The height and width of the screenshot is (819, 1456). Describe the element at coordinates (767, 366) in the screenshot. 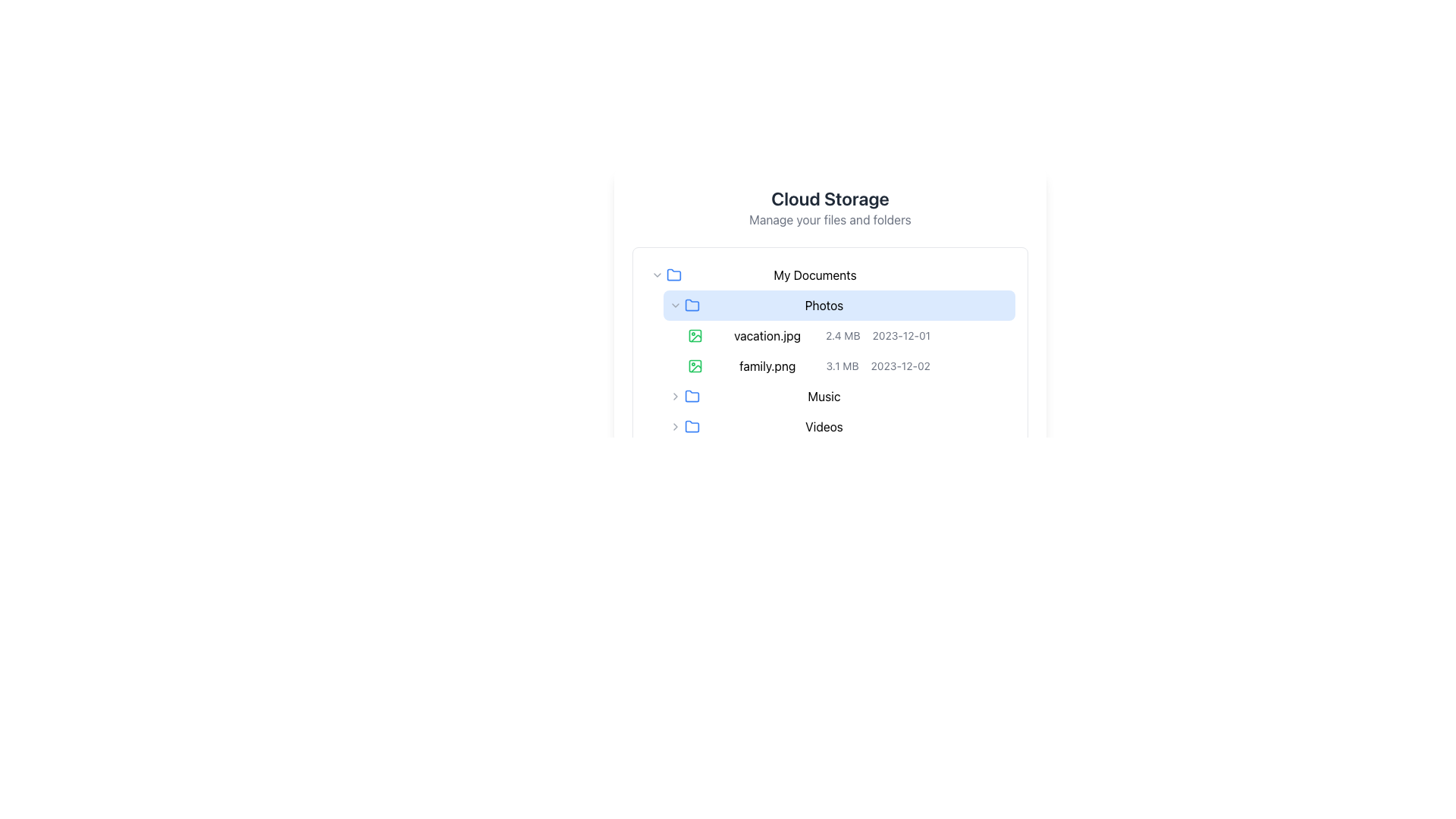

I see `the text label representing the file named 'family.png', which is the second file listed under the 'Photos' folder` at that location.